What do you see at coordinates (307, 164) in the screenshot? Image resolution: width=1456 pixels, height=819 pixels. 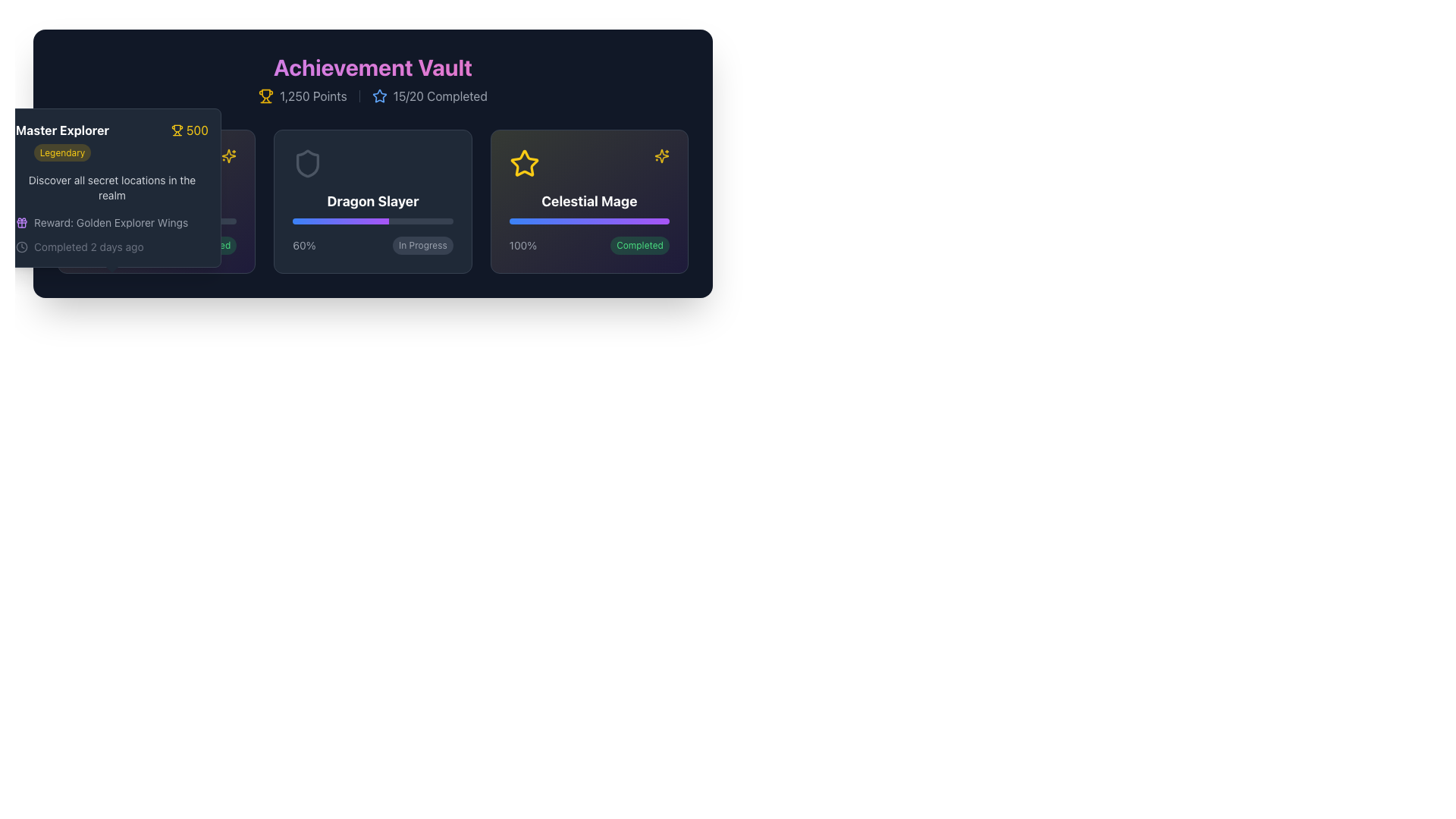 I see `the protection icon above the text 'Dragon Slayer' to read its symbolic meaning` at bounding box center [307, 164].